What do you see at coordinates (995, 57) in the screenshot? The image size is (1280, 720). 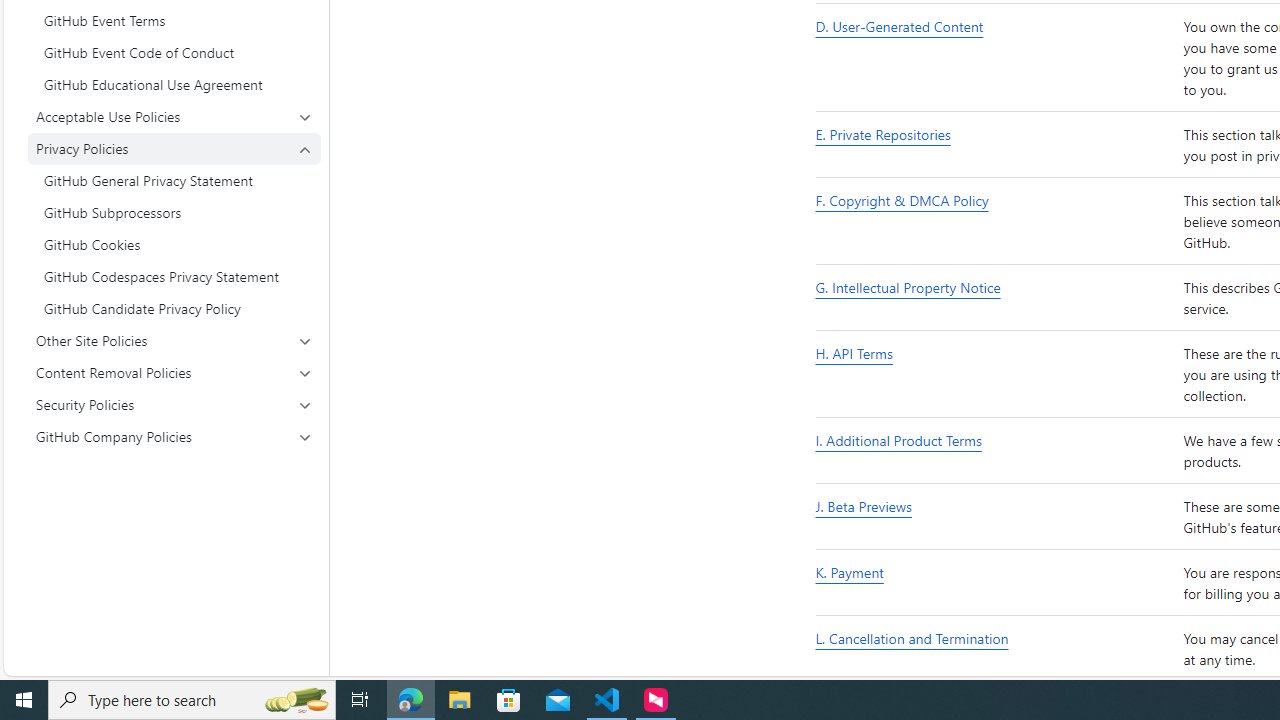 I see `'D. User-Generated Content'` at bounding box center [995, 57].